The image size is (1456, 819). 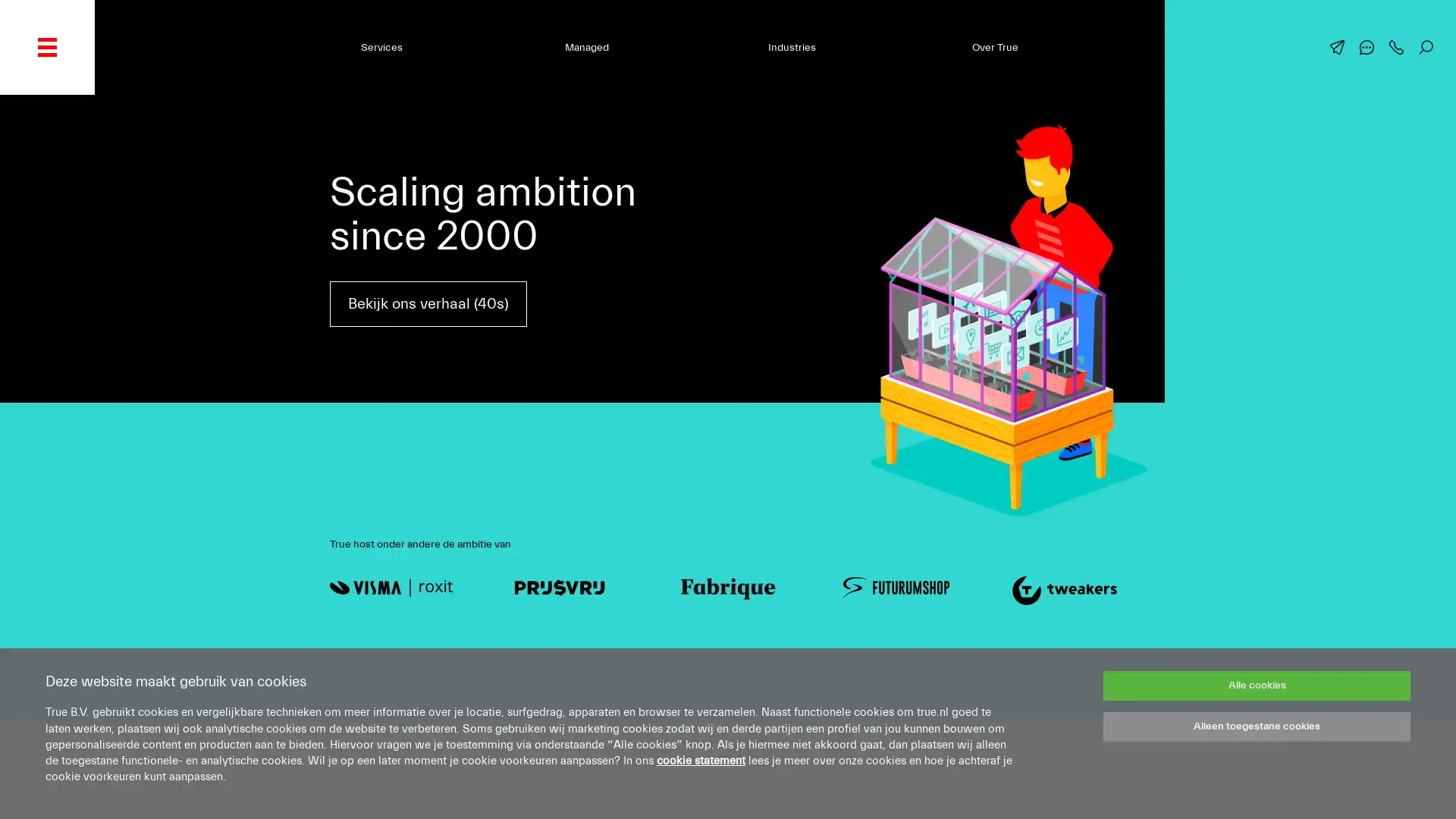 I want to click on Bekijk ons verhaal (40s), so click(x=428, y=304).